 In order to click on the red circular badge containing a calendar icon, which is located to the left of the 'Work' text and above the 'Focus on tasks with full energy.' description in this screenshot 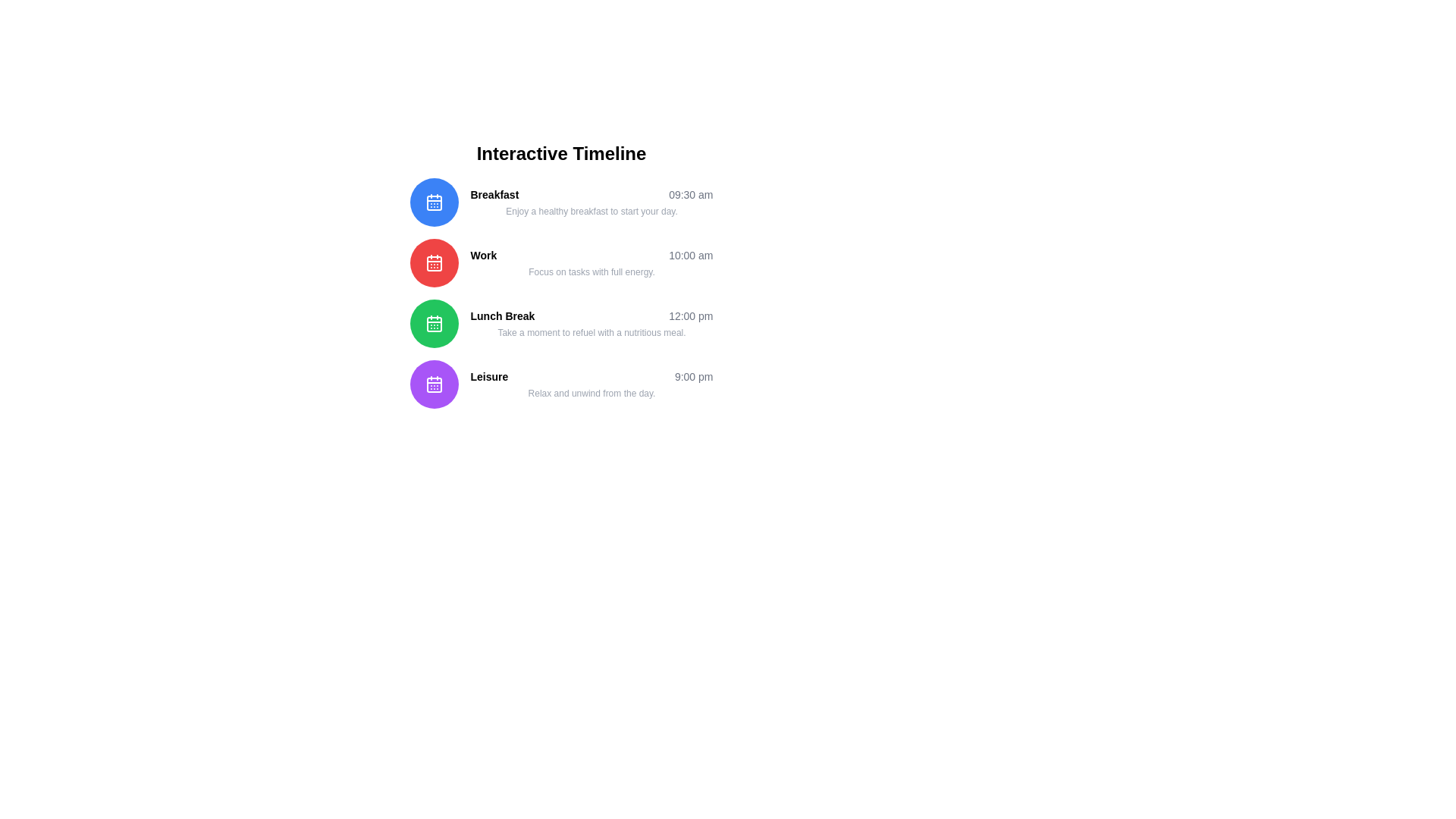, I will do `click(433, 262)`.